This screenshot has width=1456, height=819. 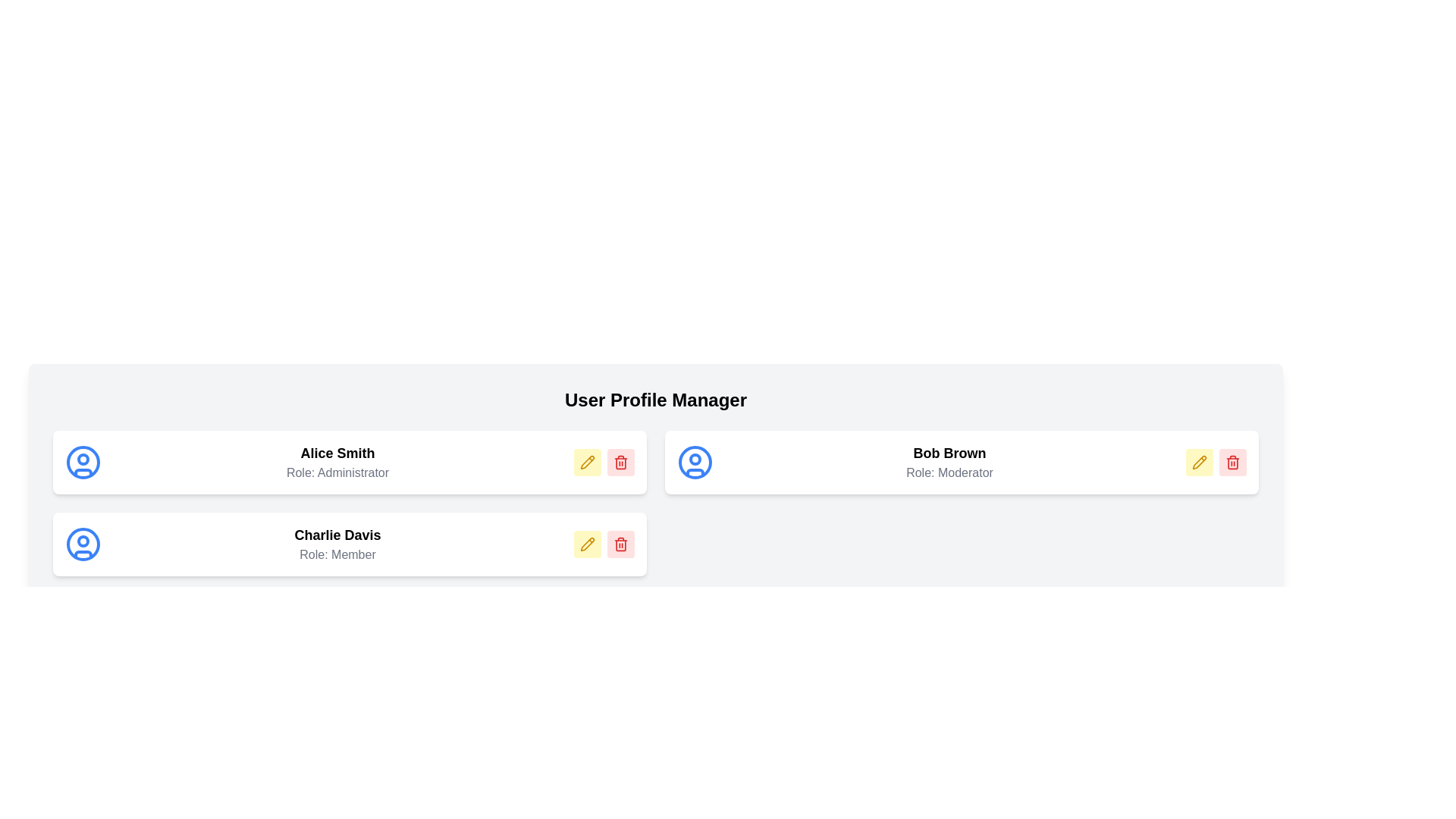 I want to click on the text label displaying the name 'Charlie Davis' within the profile card, which is located above the text 'Role: Member', so click(x=337, y=534).